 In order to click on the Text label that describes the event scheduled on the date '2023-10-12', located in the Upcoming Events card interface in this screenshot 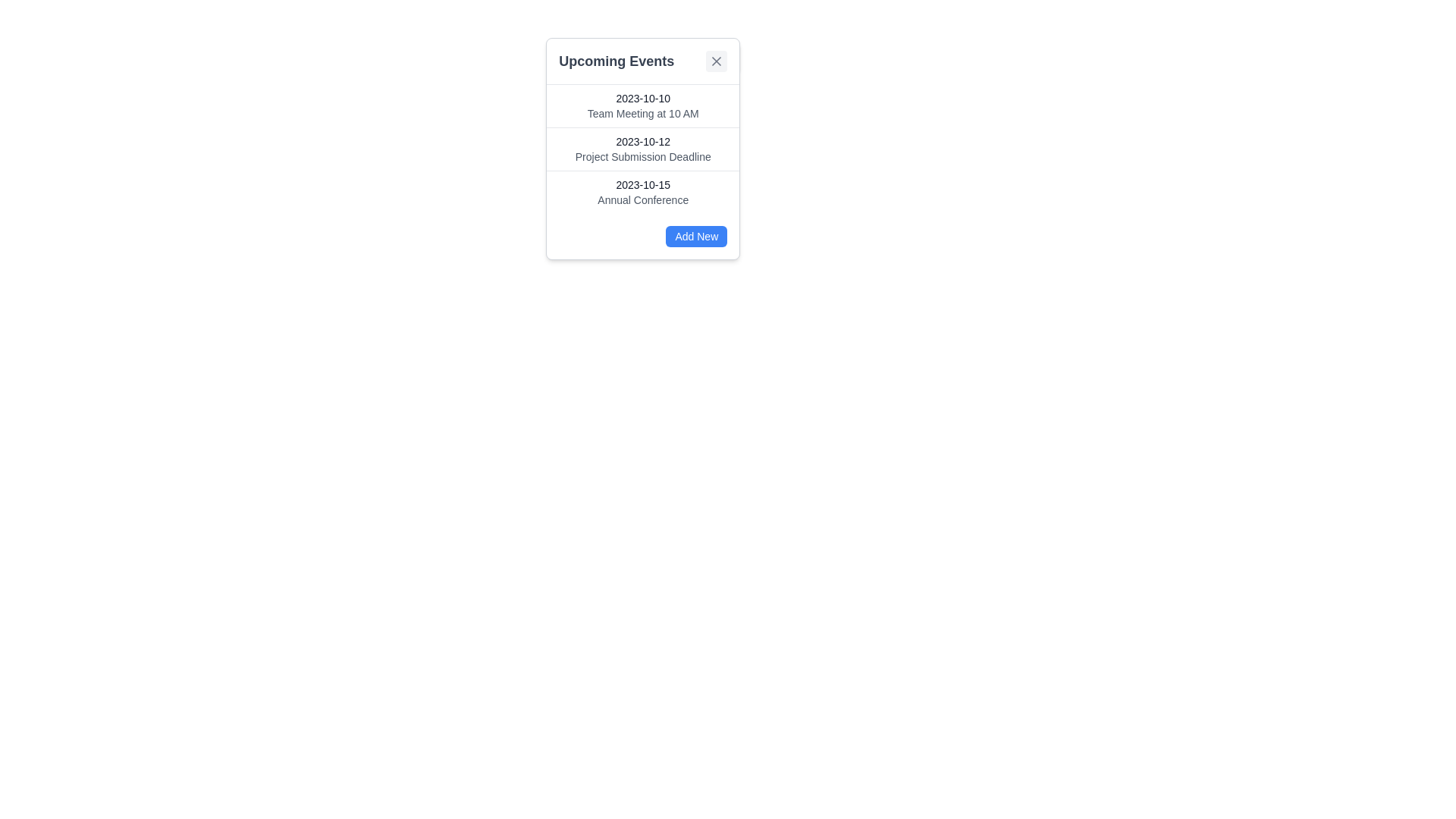, I will do `click(643, 157)`.